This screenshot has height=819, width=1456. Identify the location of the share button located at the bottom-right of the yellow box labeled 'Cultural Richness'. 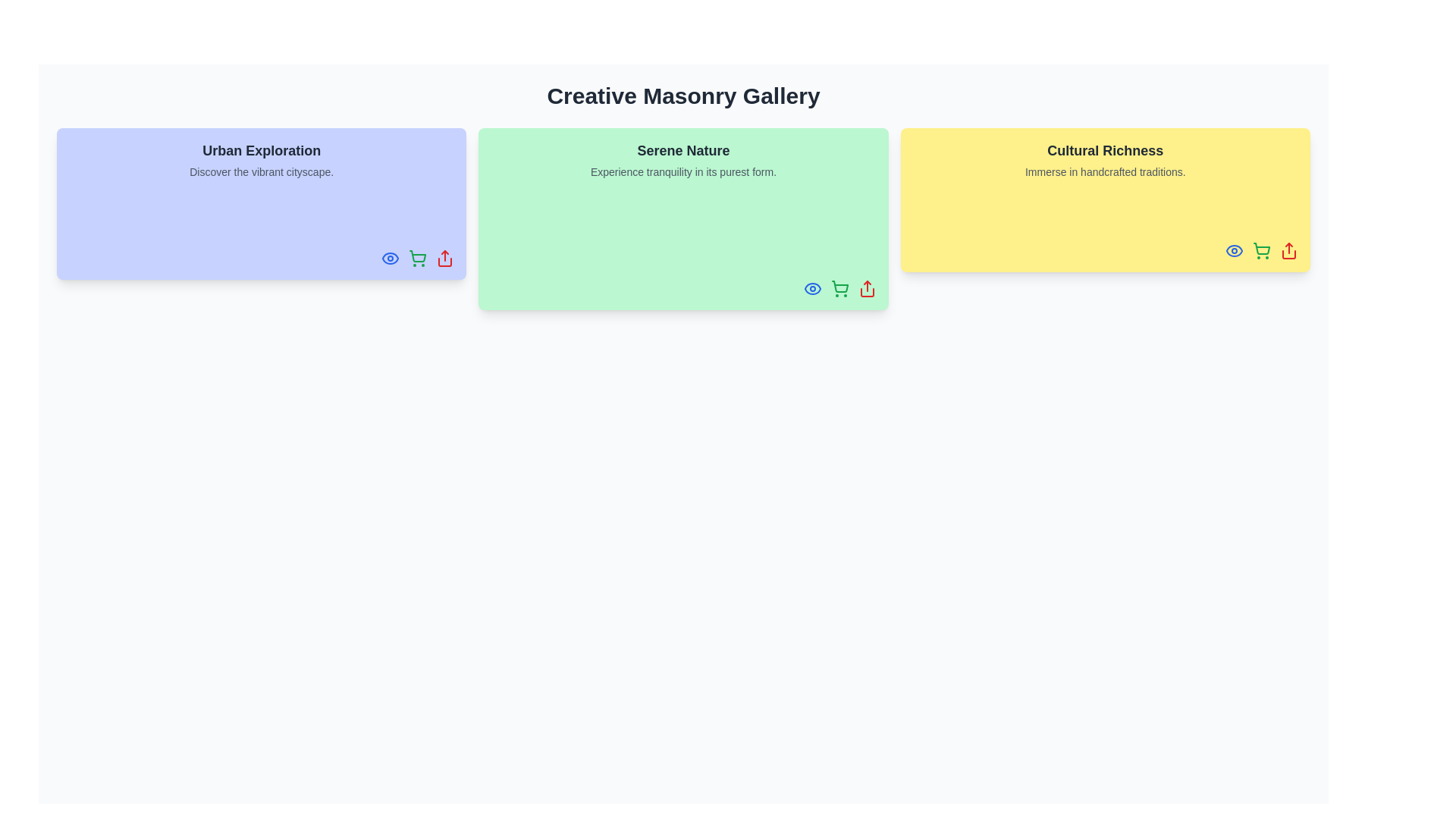
(1288, 250).